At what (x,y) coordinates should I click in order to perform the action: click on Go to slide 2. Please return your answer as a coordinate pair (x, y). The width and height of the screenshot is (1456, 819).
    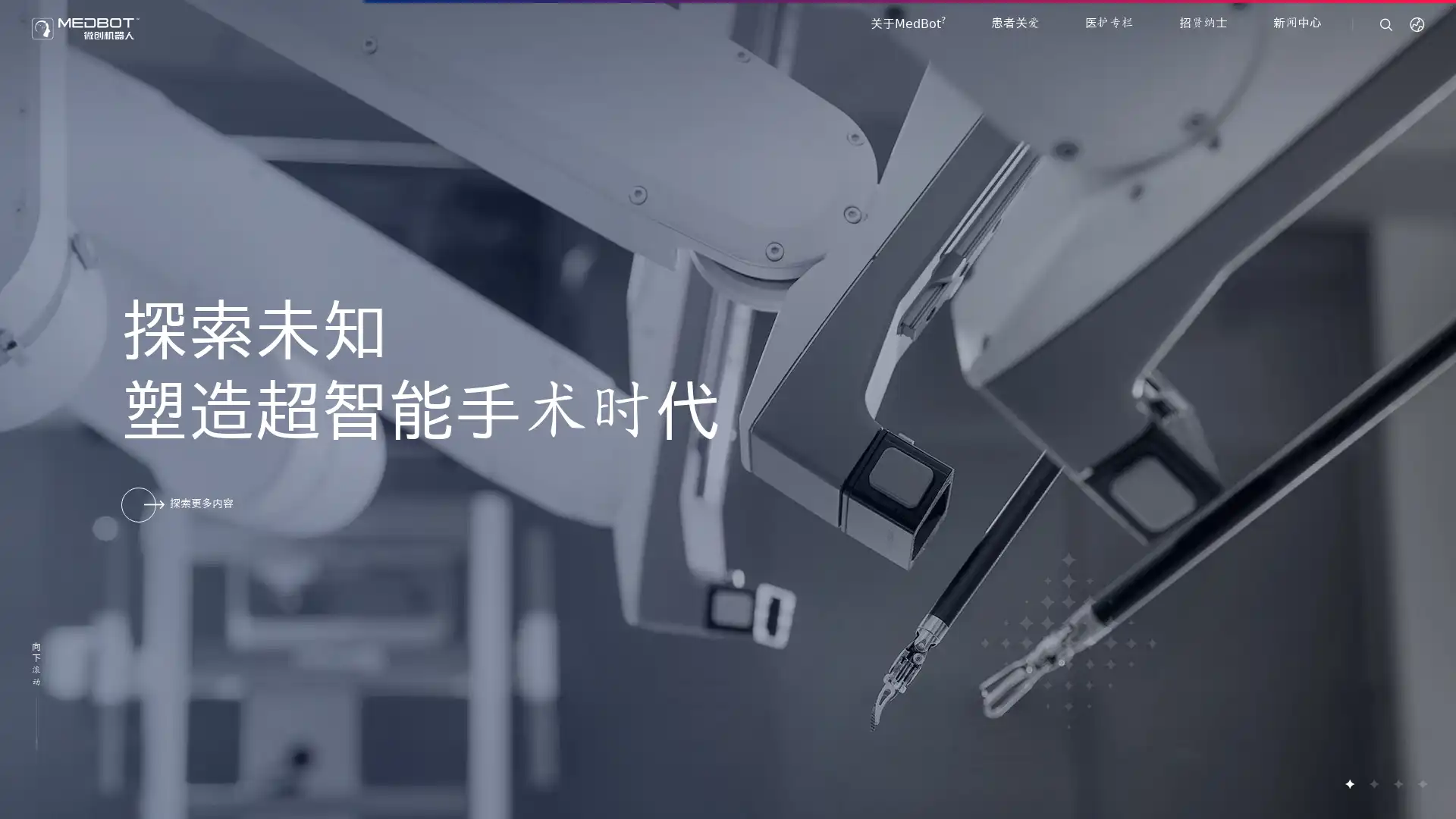
    Looking at the image, I should click on (1373, 783).